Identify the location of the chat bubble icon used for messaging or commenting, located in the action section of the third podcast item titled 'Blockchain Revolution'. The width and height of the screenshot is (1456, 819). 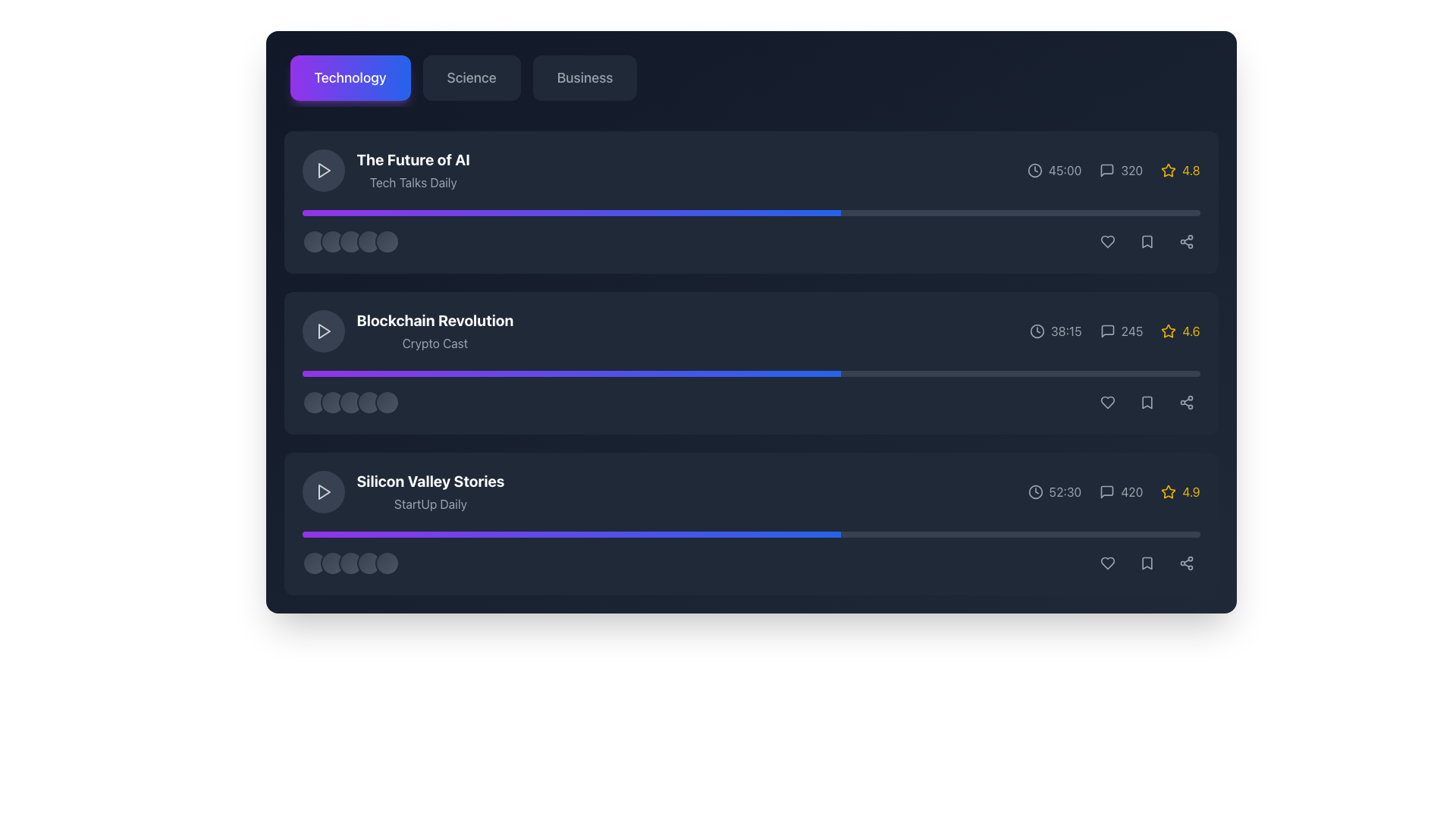
(1107, 330).